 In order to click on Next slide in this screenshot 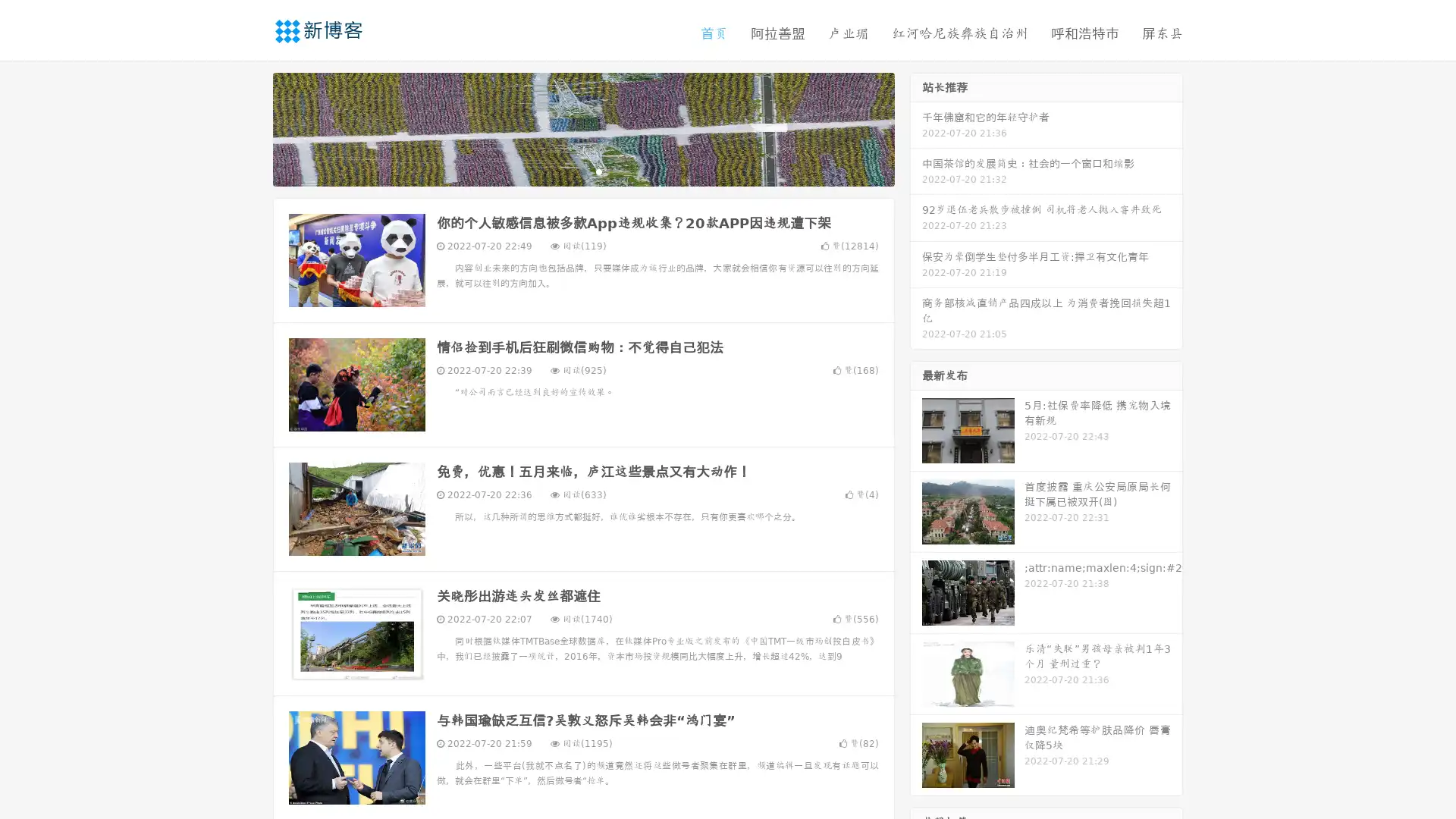, I will do `click(916, 127)`.